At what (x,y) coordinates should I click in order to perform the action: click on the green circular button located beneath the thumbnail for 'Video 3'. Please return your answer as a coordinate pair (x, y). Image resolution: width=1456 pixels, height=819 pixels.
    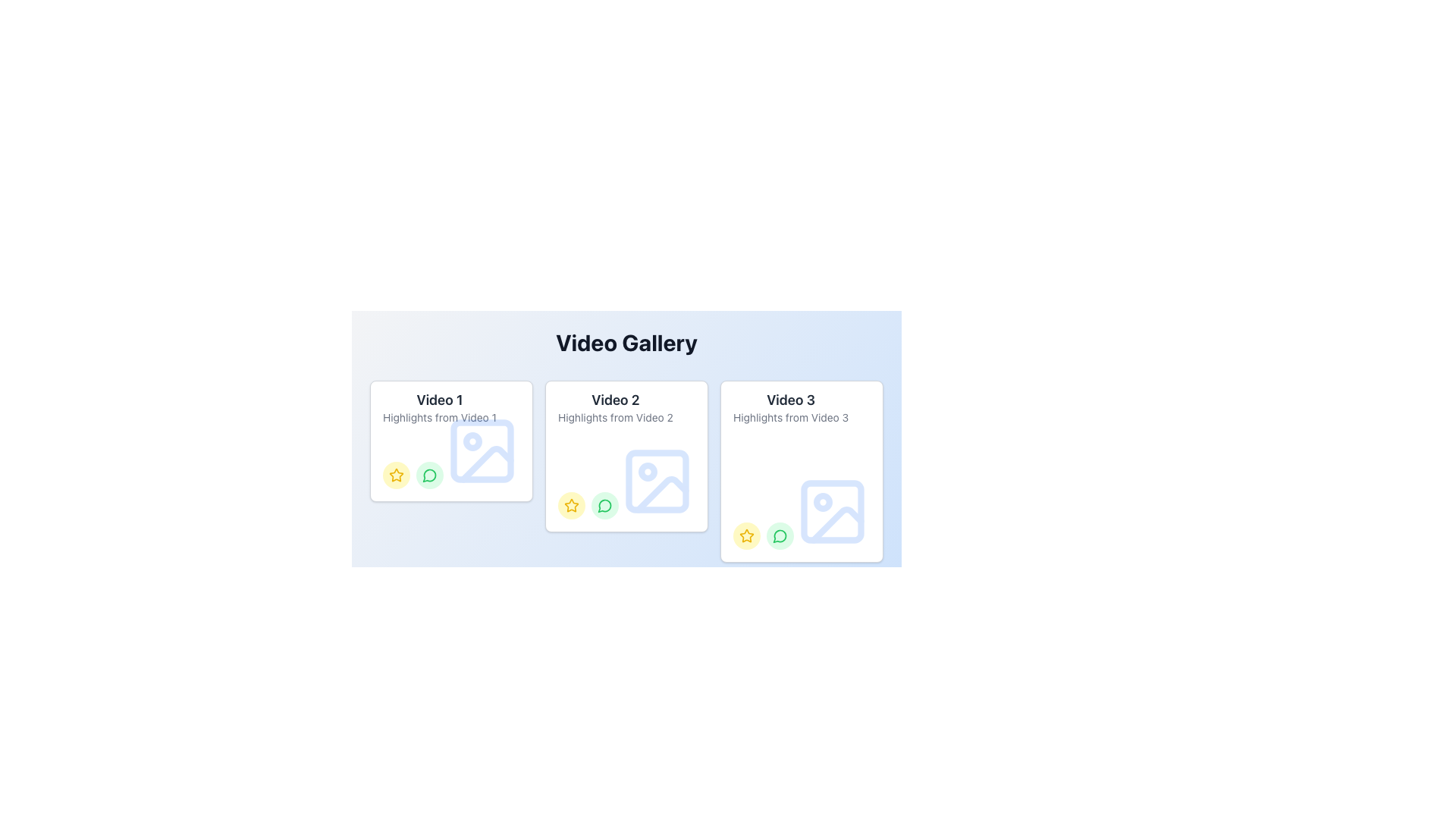
    Looking at the image, I should click on (780, 535).